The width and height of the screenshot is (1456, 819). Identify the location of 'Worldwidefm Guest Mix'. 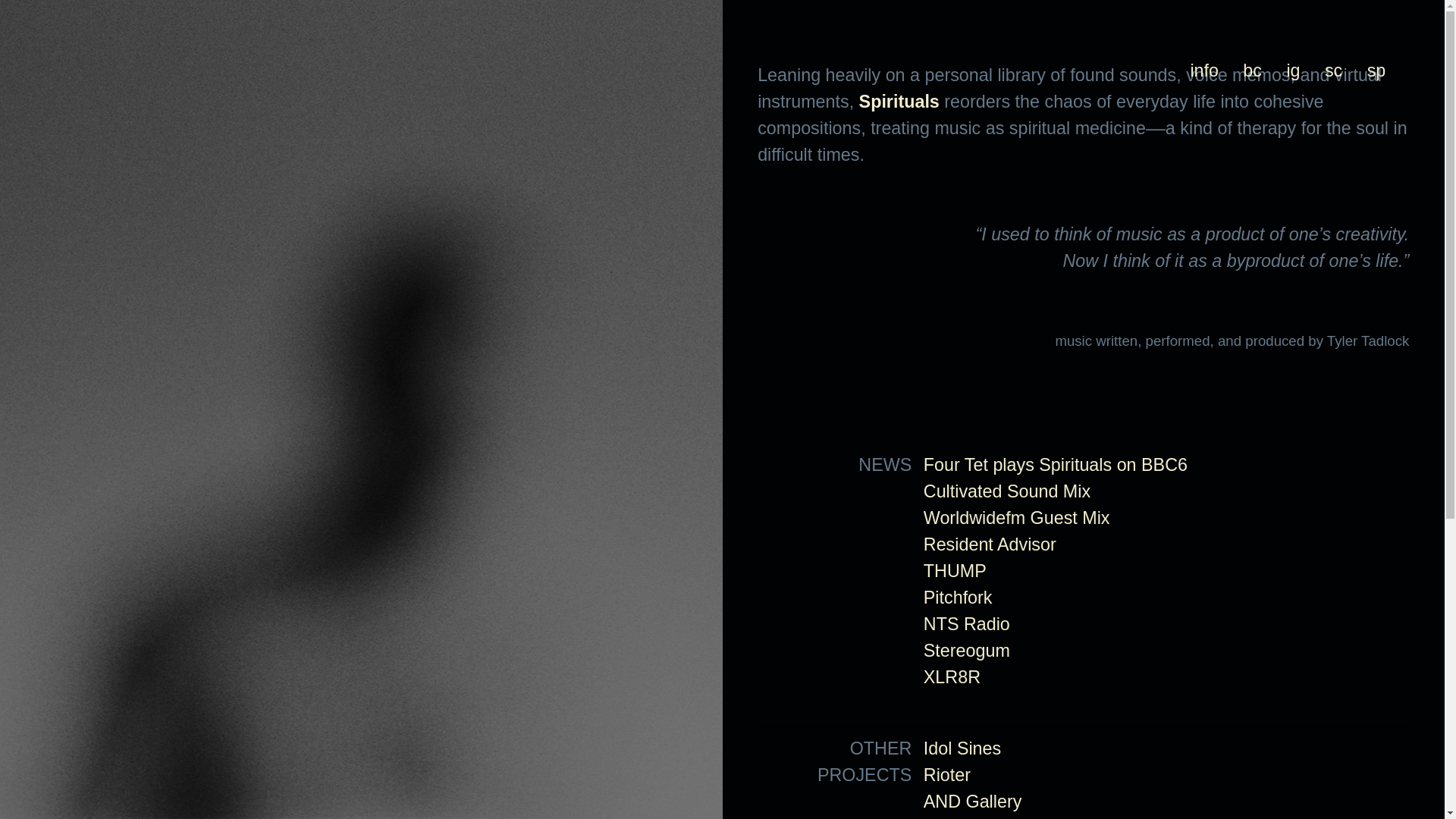
(1016, 517).